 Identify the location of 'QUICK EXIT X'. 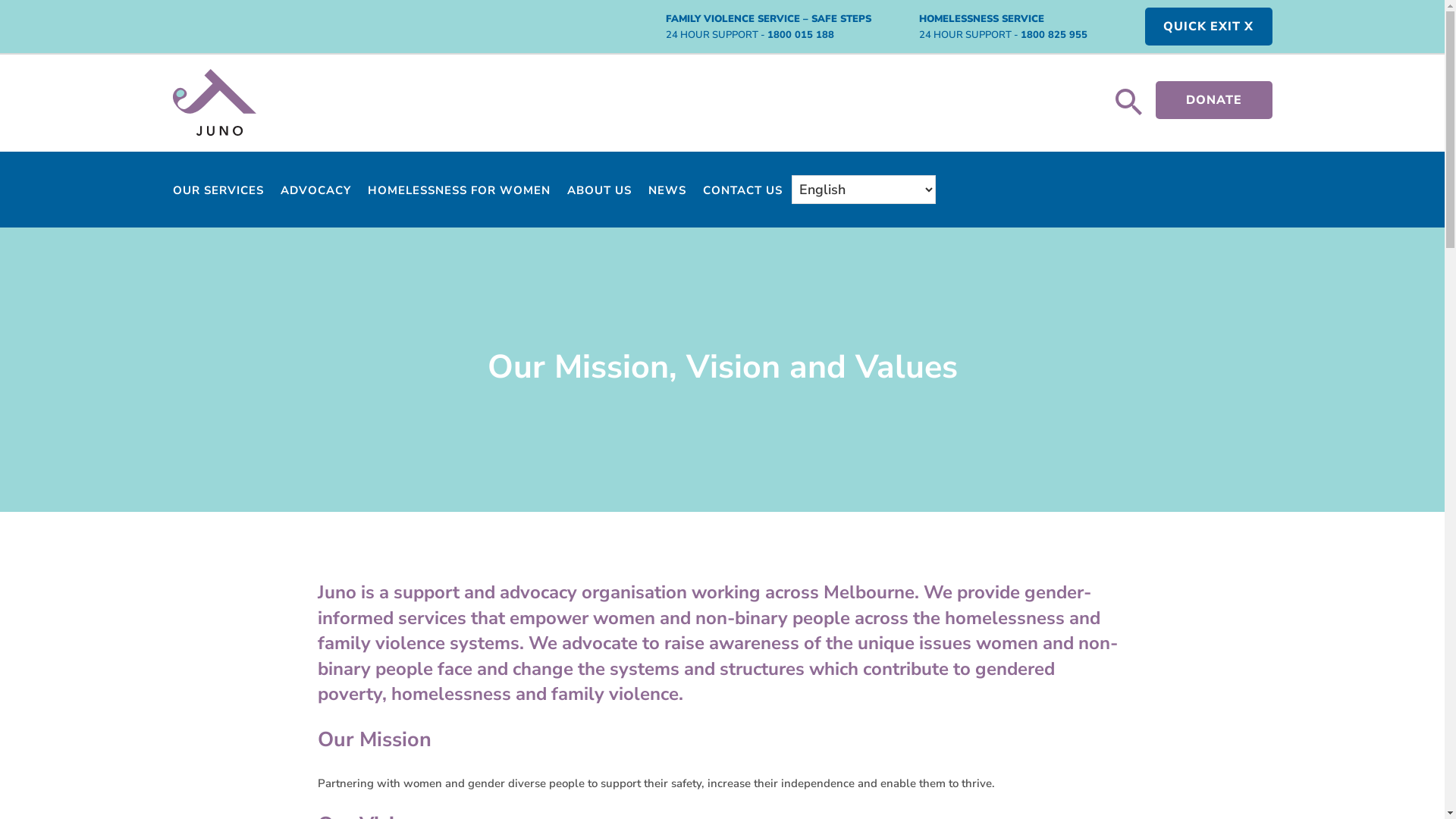
(1207, 26).